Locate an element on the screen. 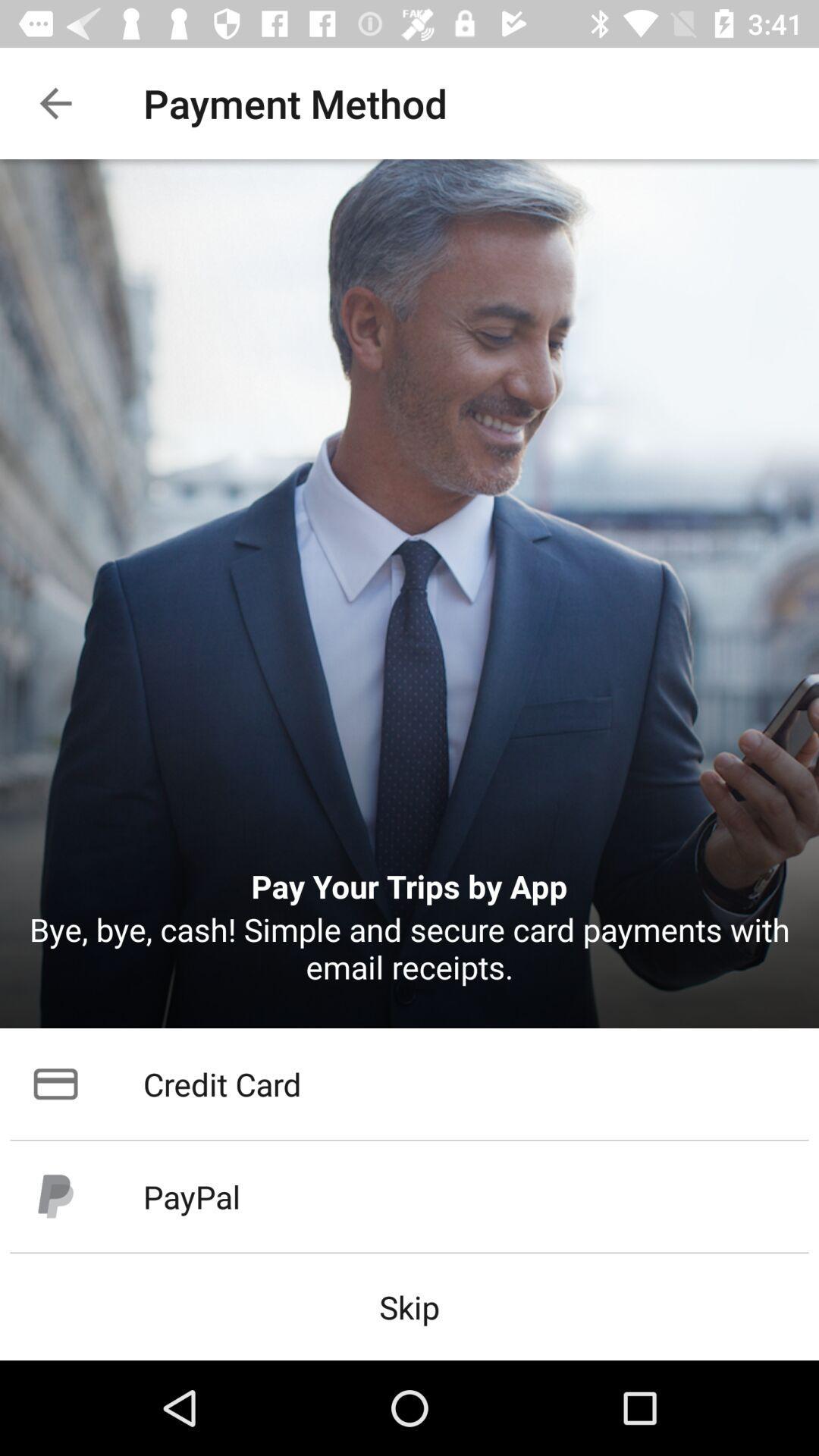 The width and height of the screenshot is (819, 1456). item to the left of the payment method icon is located at coordinates (55, 102).